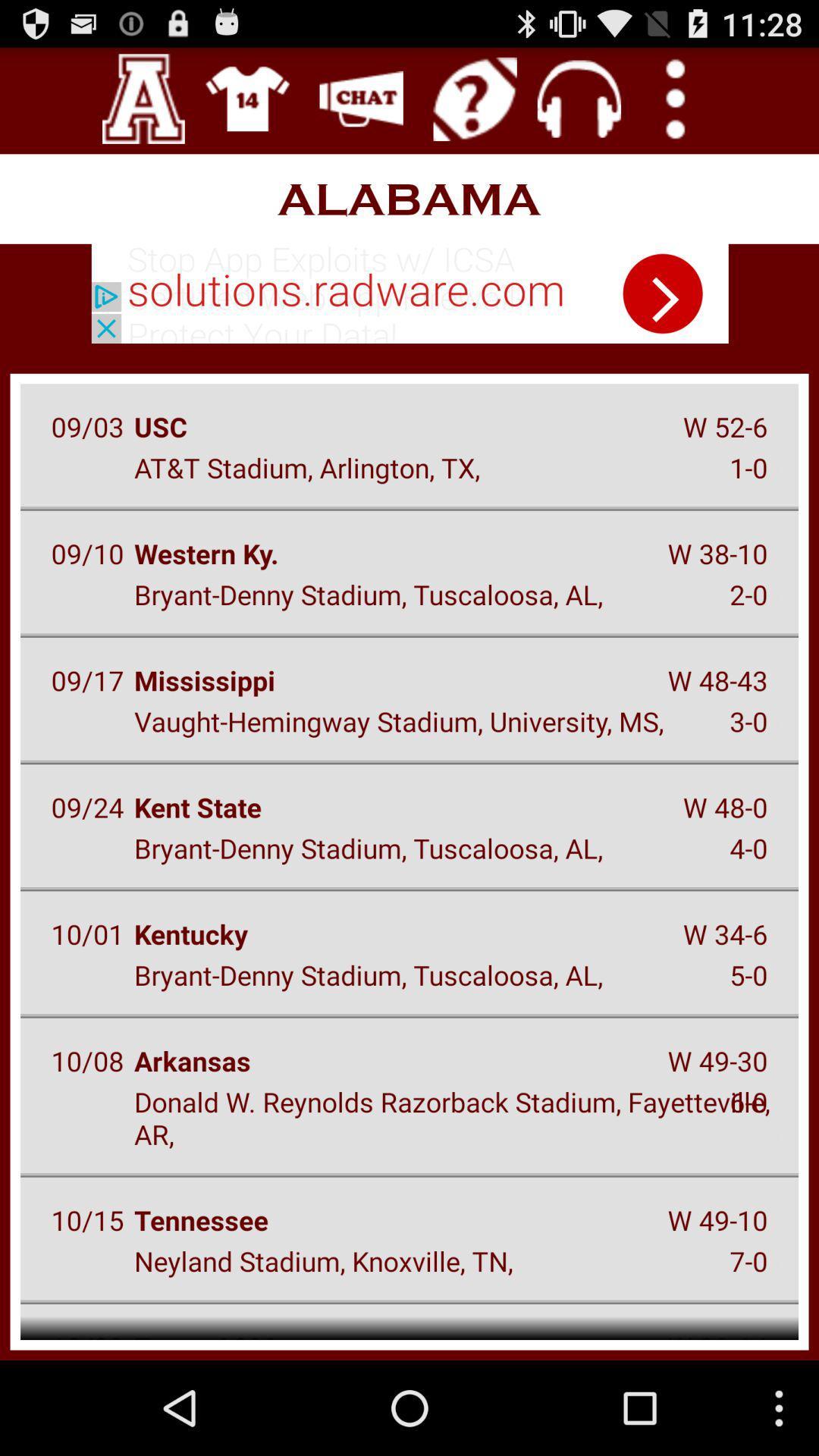 Image resolution: width=819 pixels, height=1456 pixels. What do you see at coordinates (674, 105) in the screenshot?
I see `the more icon` at bounding box center [674, 105].